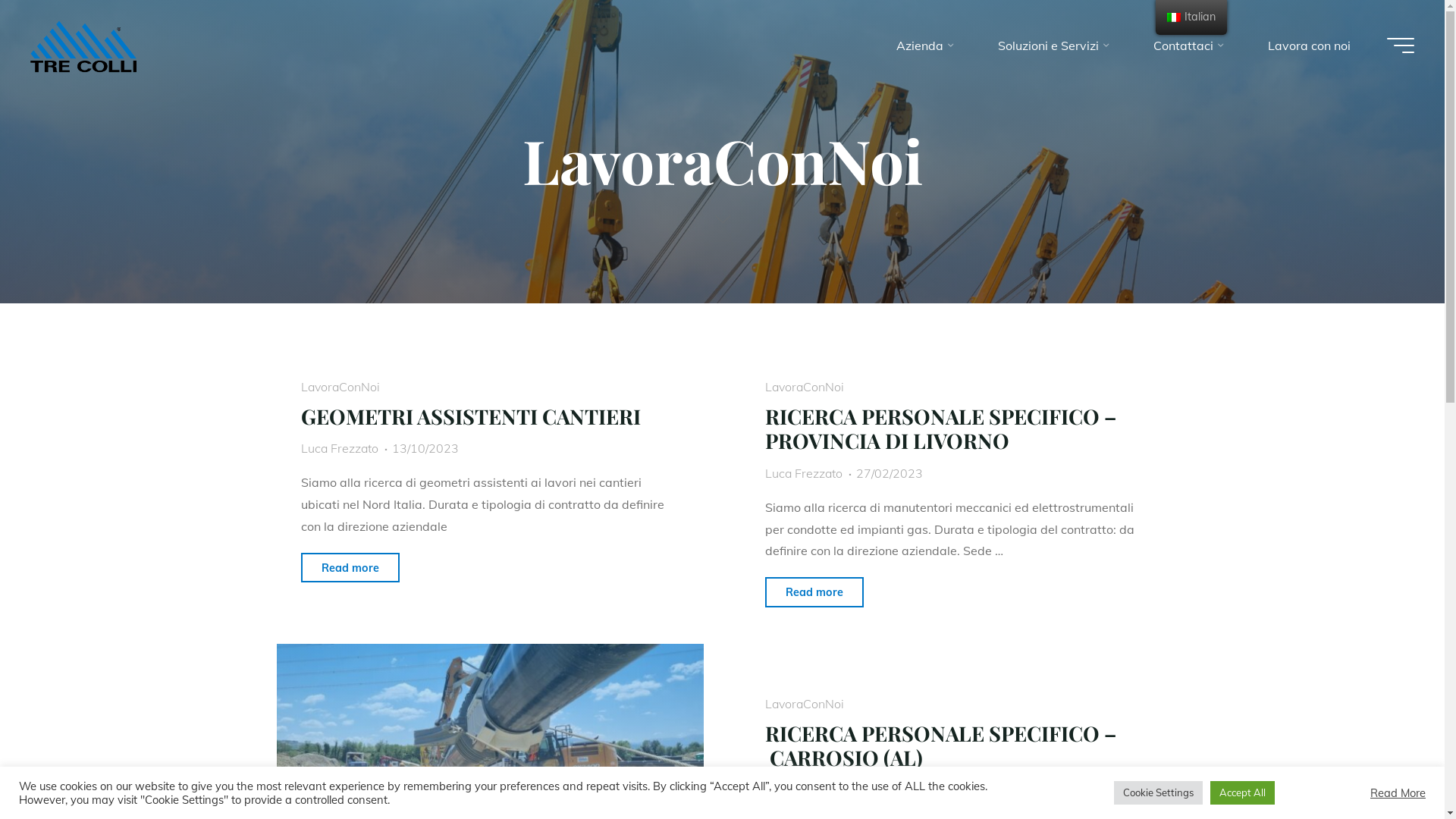 The width and height of the screenshot is (1456, 819). I want to click on 'Impresa Tre Colli S.p.A.', so click(83, 45).